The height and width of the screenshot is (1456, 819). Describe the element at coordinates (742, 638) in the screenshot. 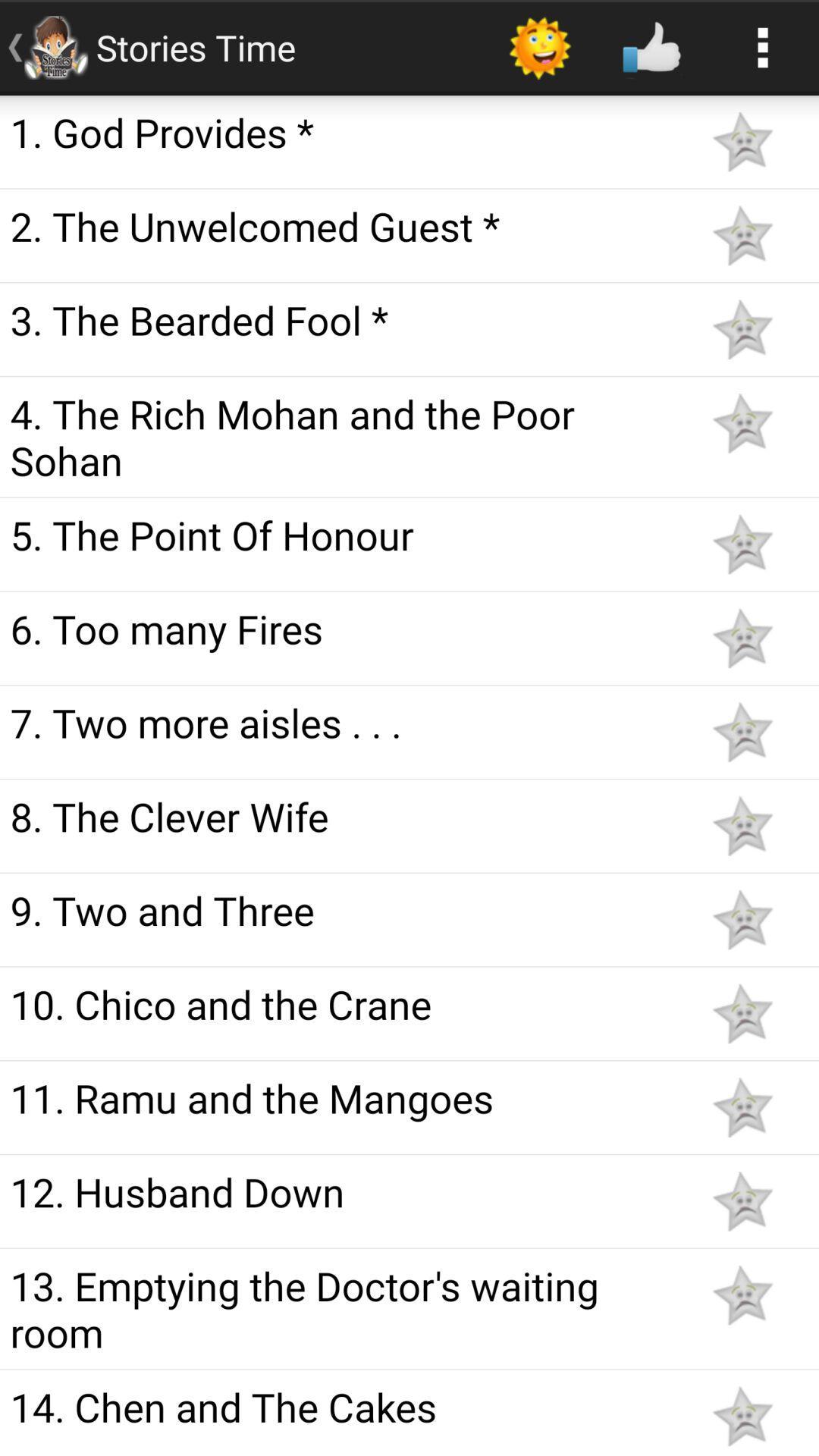

I see `favorite` at that location.